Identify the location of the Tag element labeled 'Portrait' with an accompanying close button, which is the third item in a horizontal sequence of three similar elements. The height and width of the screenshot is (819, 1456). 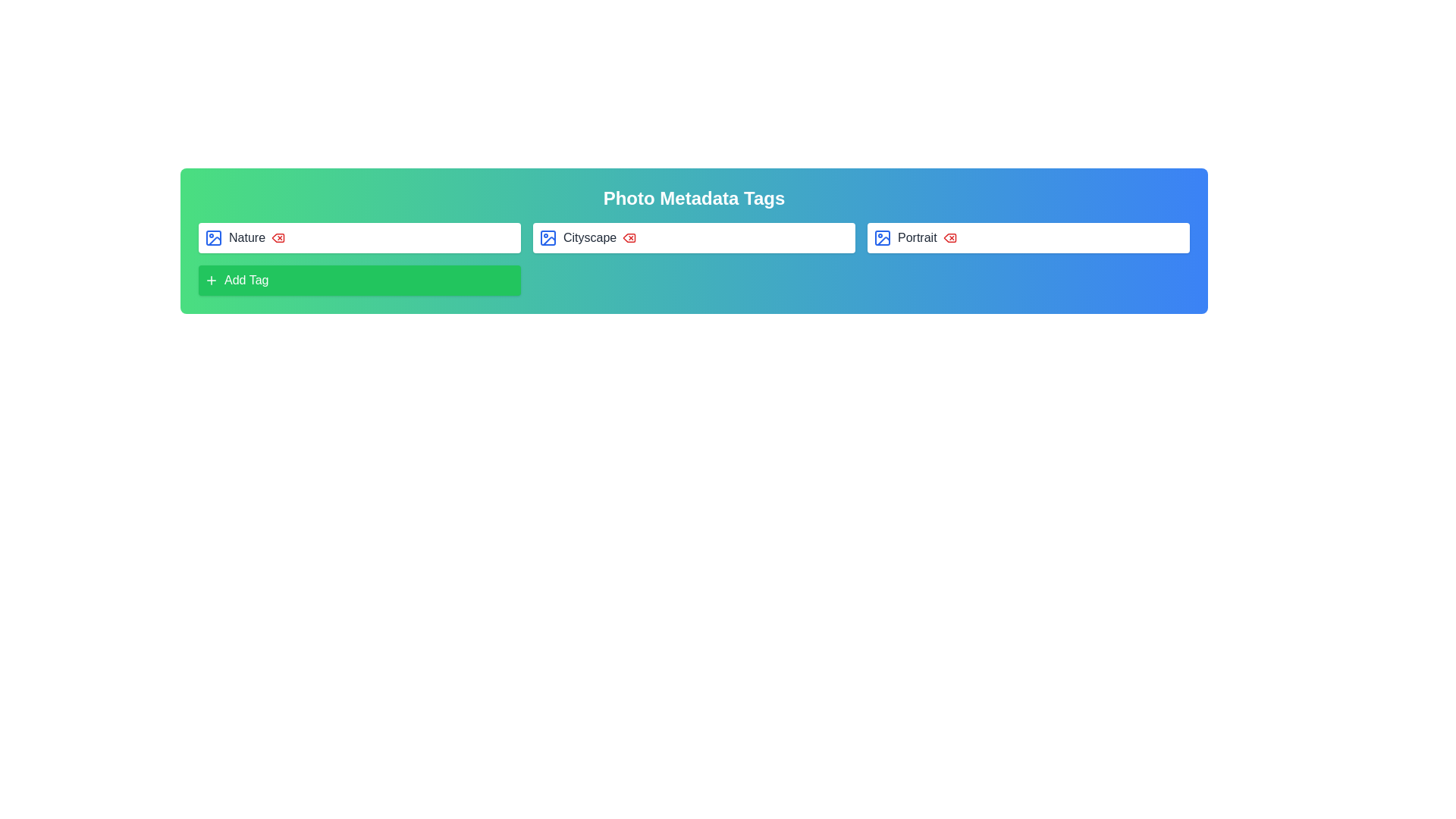
(1028, 237).